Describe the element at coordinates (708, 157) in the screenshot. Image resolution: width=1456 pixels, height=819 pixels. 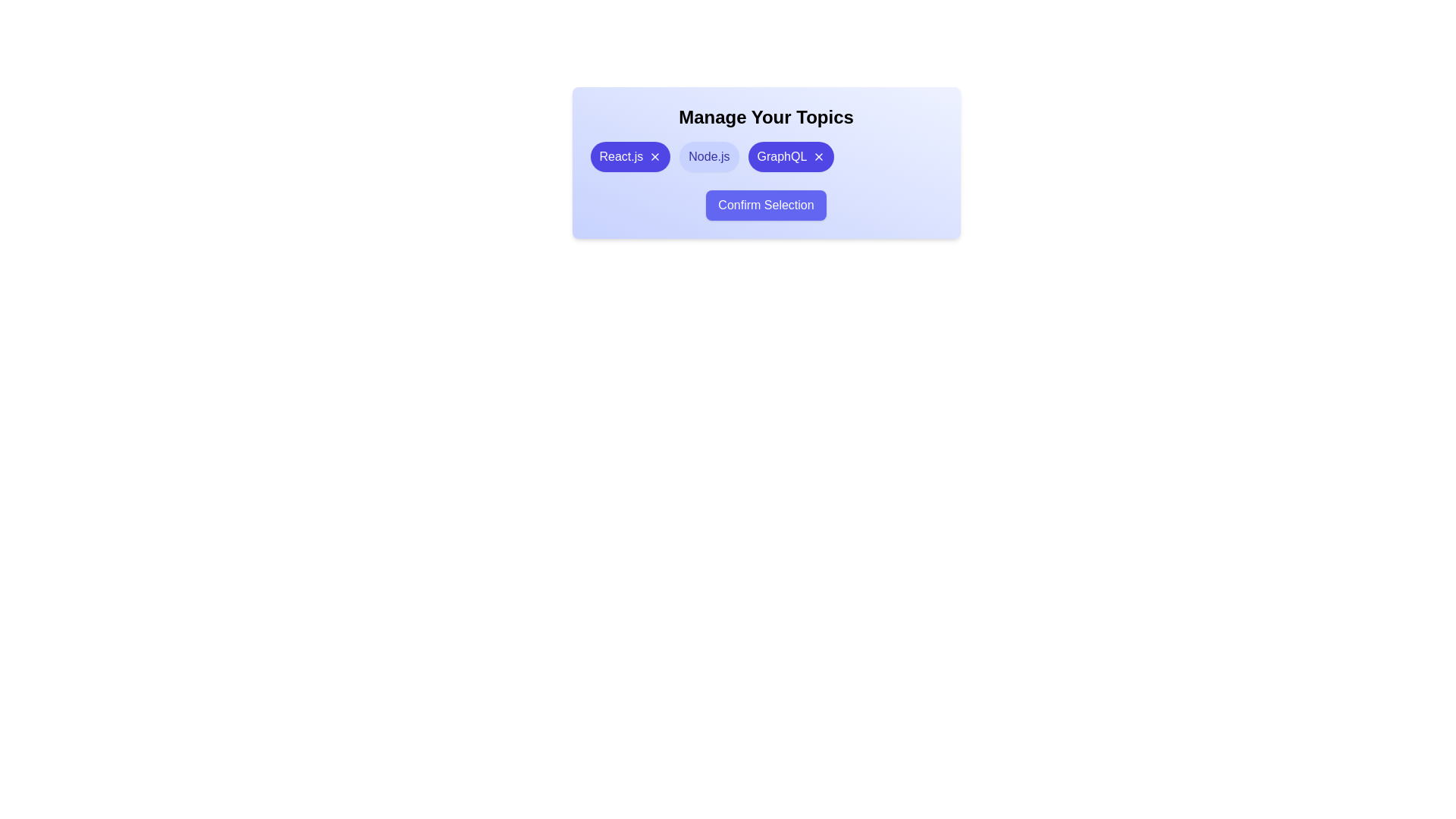
I see `the chip labeled Node.js` at that location.